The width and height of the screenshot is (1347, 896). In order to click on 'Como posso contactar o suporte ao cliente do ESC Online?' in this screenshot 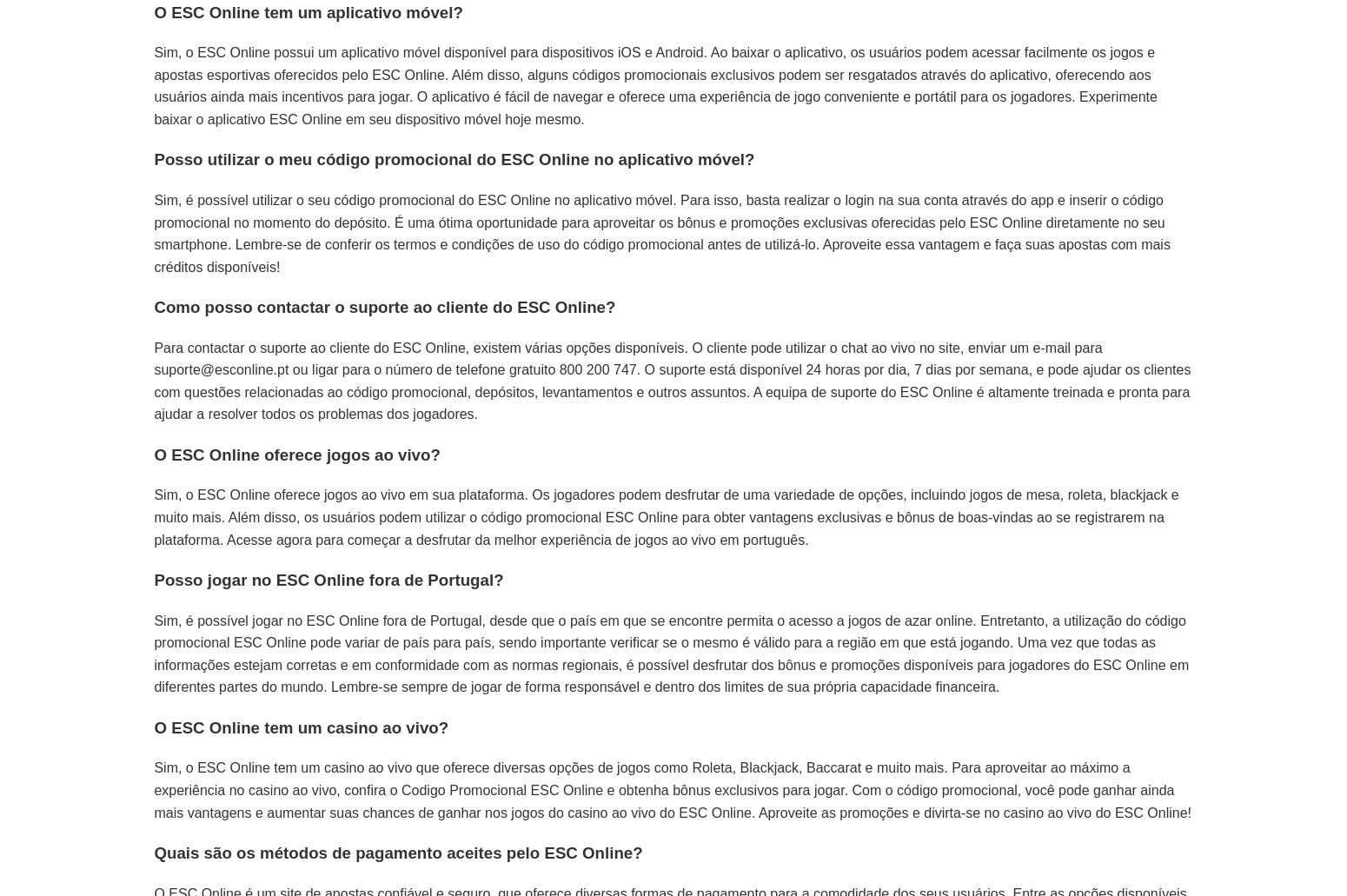, I will do `click(153, 306)`.